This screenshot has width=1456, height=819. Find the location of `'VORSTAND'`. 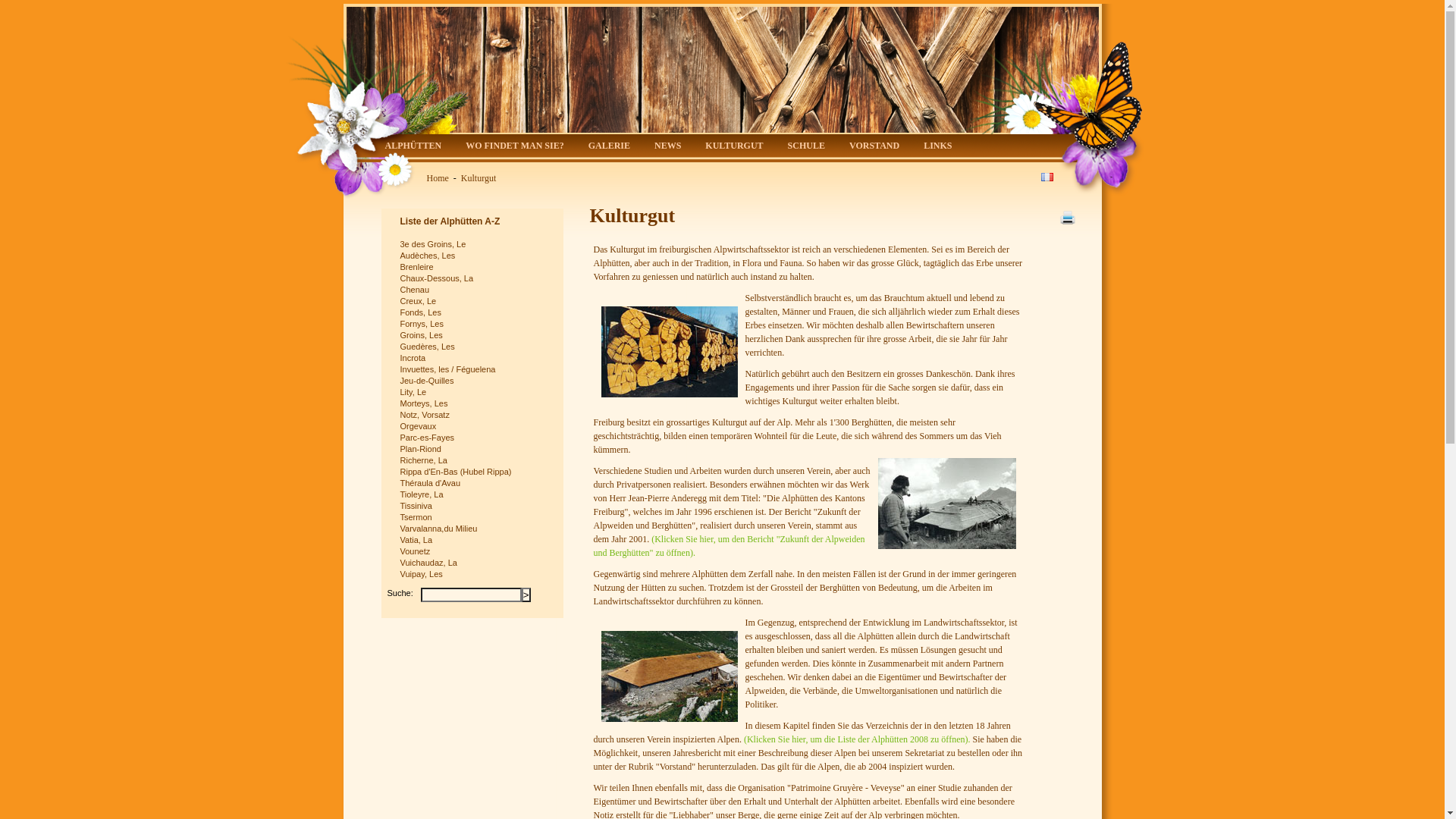

'VORSTAND' is located at coordinates (874, 146).